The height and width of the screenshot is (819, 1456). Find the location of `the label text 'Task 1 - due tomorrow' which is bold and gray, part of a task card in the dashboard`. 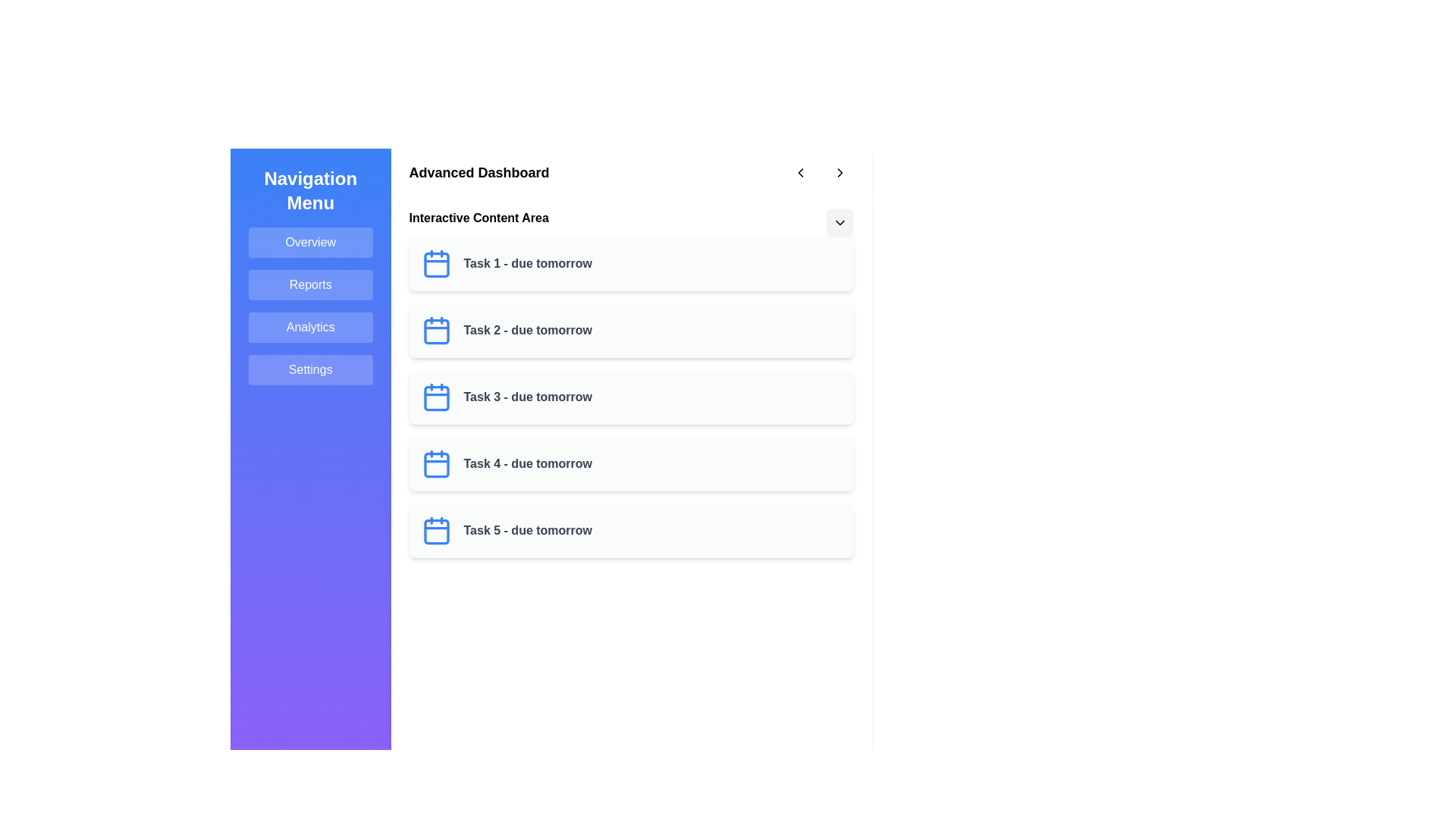

the label text 'Task 1 - due tomorrow' which is bold and gray, part of a task card in the dashboard is located at coordinates (528, 262).